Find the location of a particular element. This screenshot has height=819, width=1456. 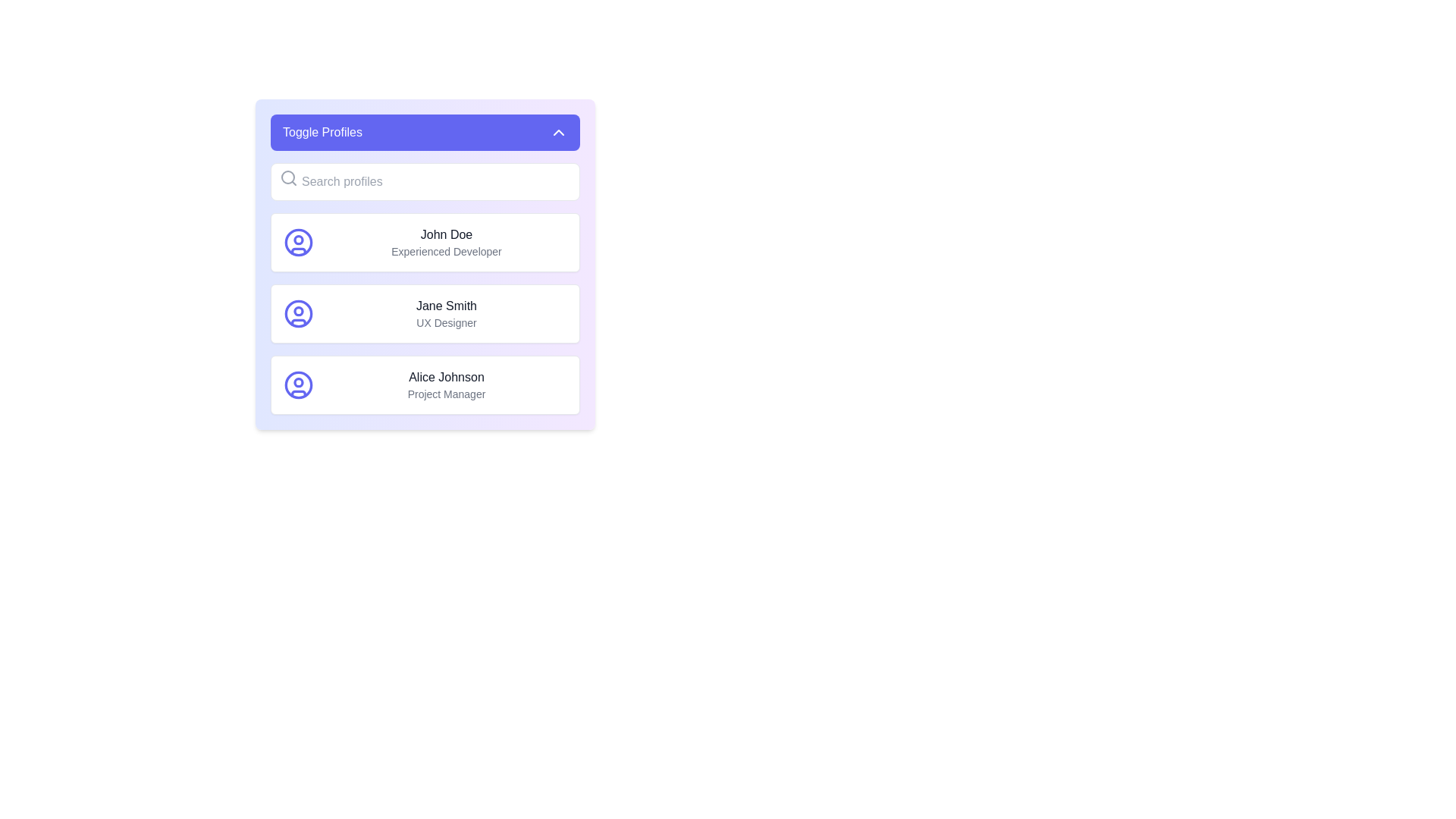

the text label displaying 'Jane Smith' as a profile identifier, which is located in the second card of a vertically arranged list of profile cards is located at coordinates (446, 312).